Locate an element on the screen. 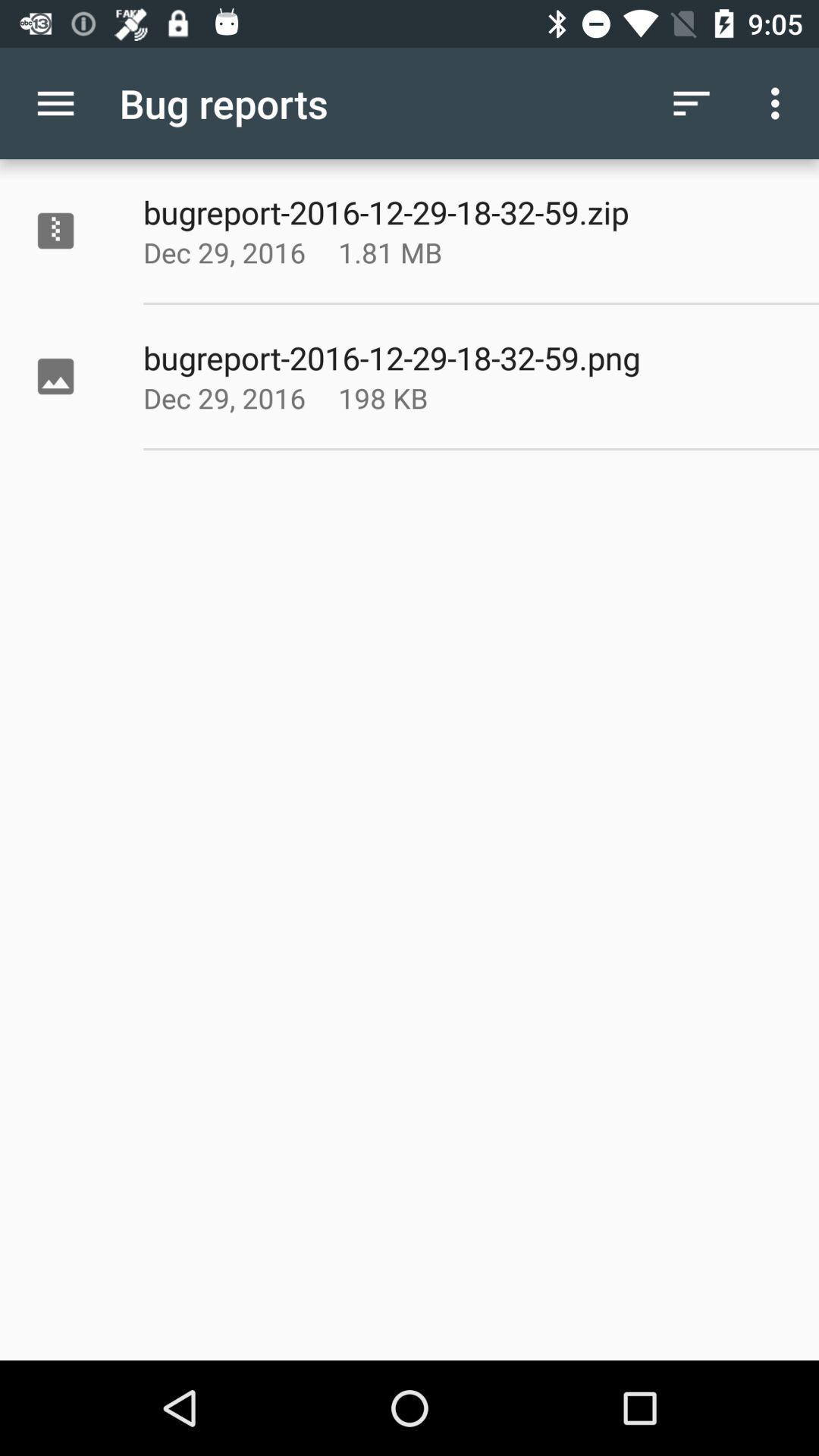 The height and width of the screenshot is (1456, 819). item next to the bug reports item is located at coordinates (55, 102).